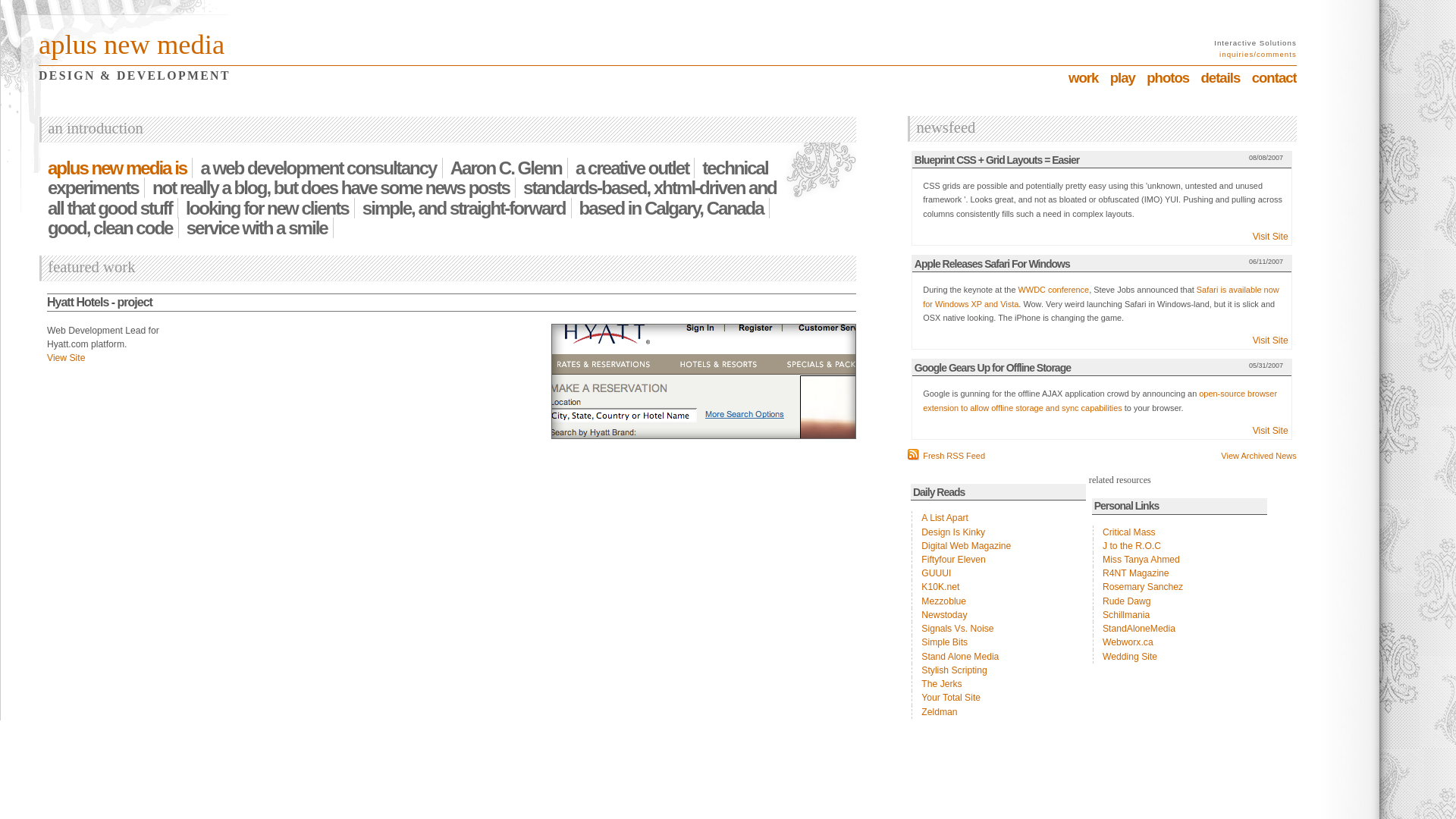 This screenshot has height=819, width=1456. I want to click on 'Fresh RSS Feed', so click(946, 455).